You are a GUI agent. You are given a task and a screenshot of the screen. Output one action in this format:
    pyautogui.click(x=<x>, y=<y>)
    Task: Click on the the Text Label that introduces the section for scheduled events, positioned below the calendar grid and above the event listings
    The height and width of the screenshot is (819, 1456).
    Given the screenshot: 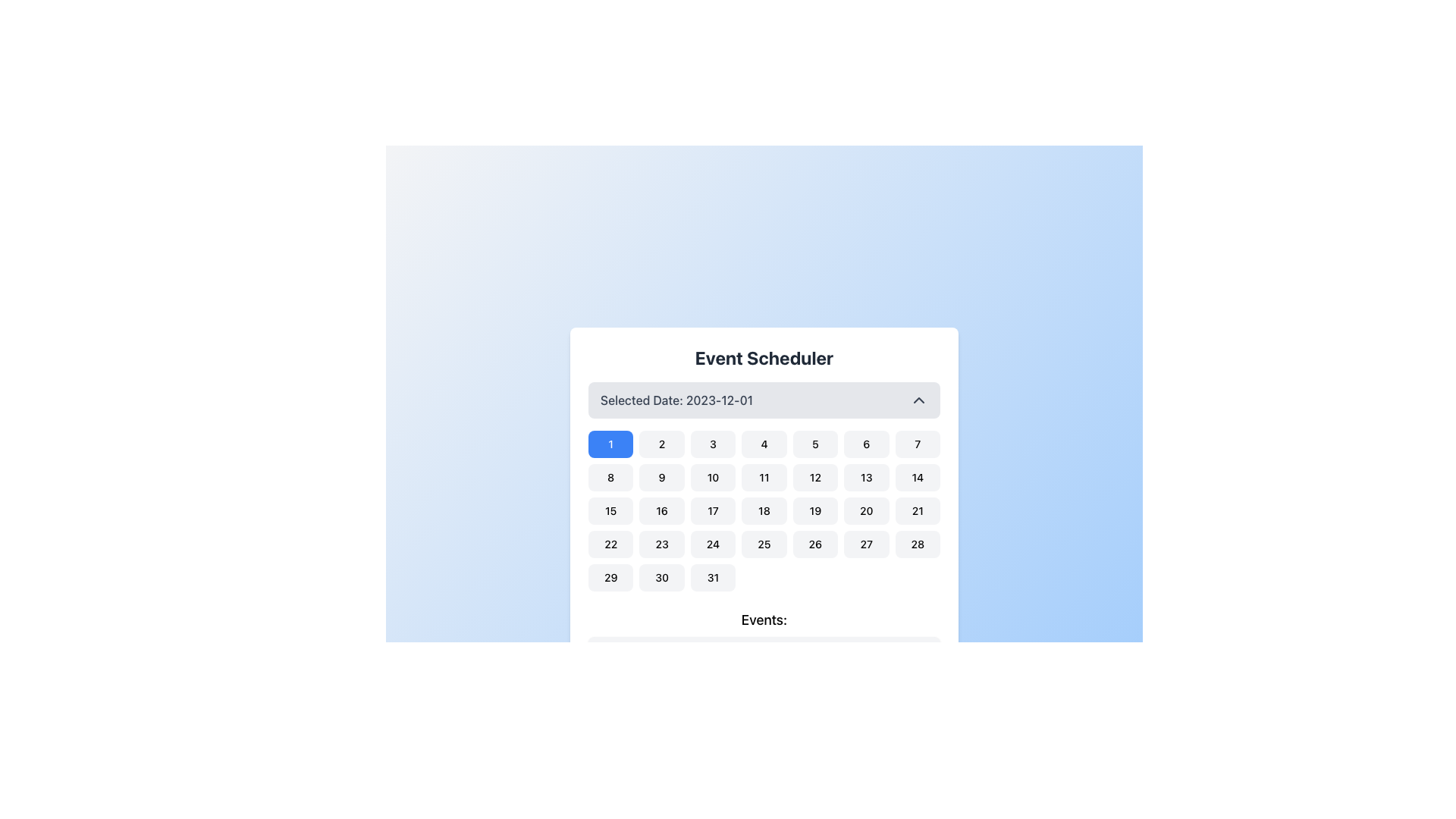 What is the action you would take?
    pyautogui.click(x=764, y=623)
    